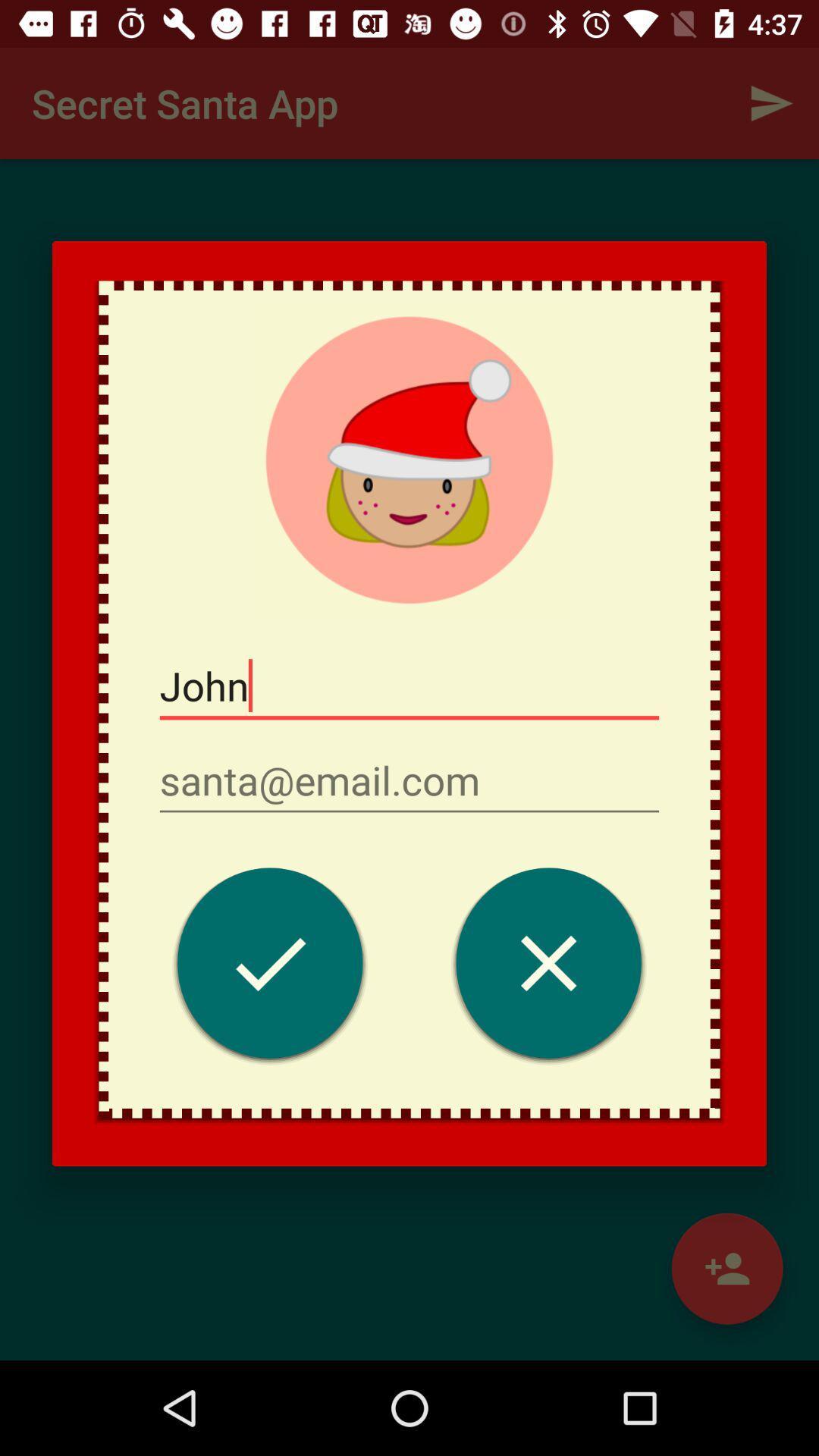 This screenshot has height=1456, width=819. I want to click on cancel, so click(548, 966).